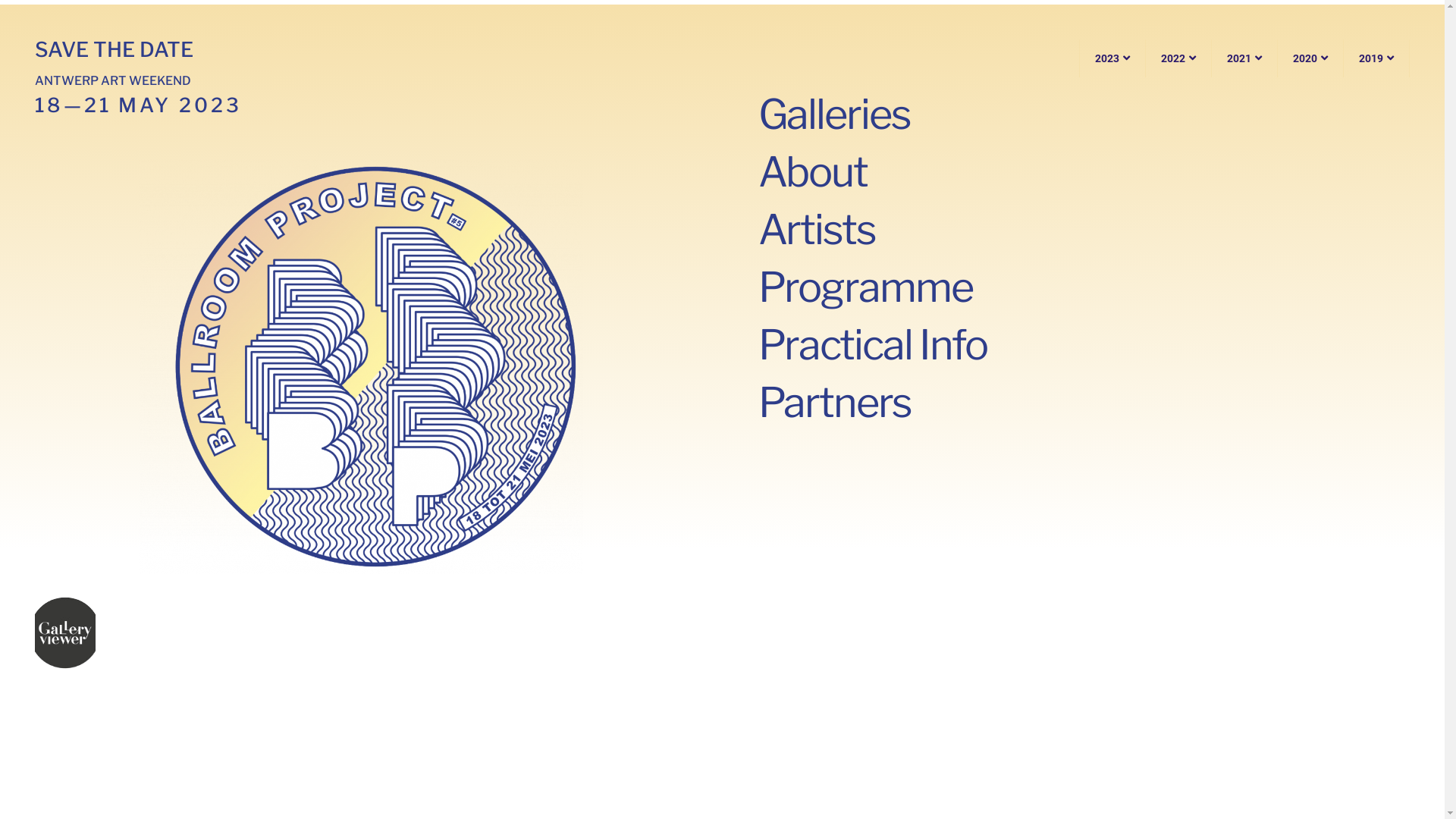 The image size is (1456, 819). What do you see at coordinates (1178, 58) in the screenshot?
I see `'2022'` at bounding box center [1178, 58].